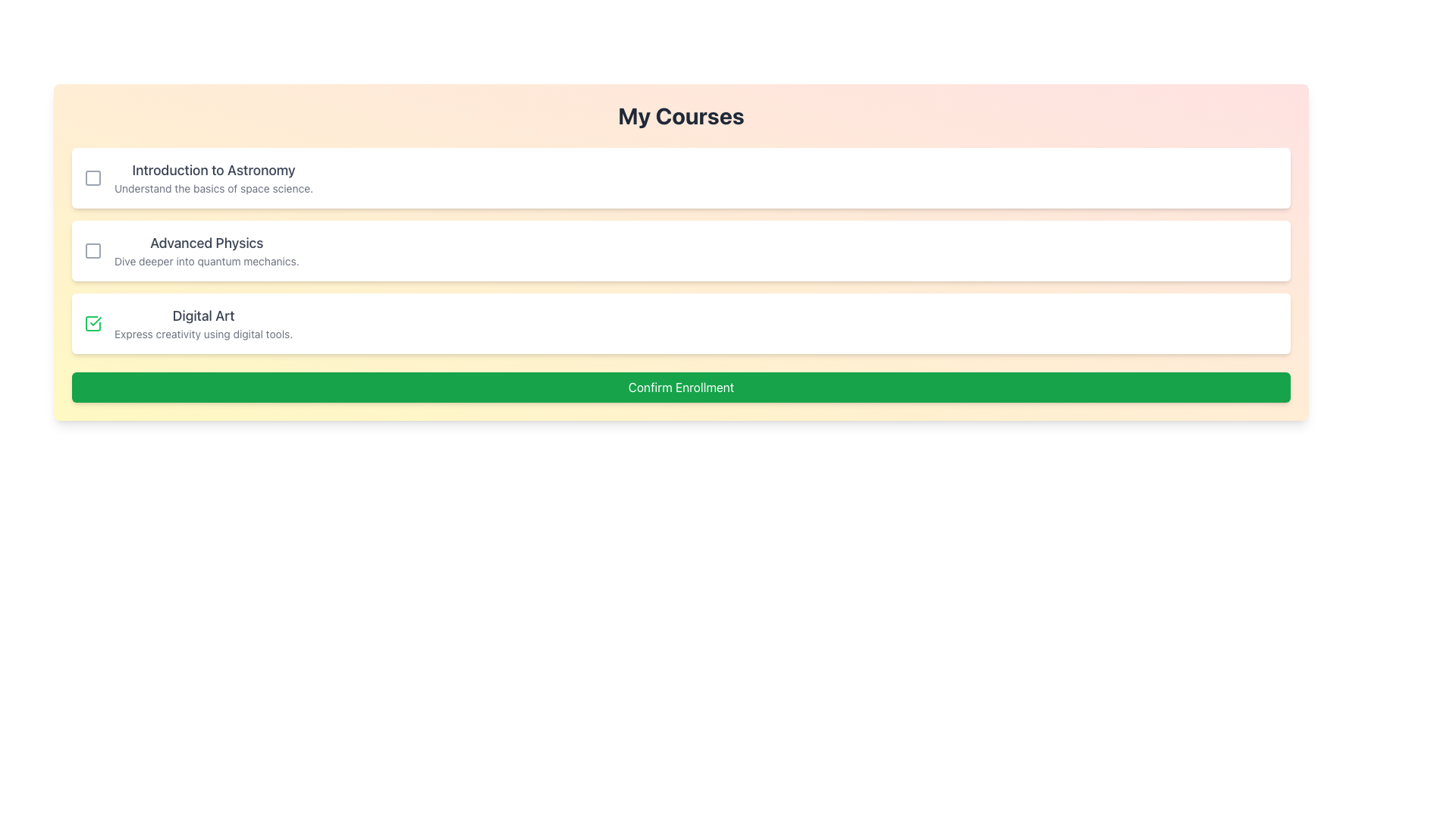  I want to click on the text label displaying 'Introduction to Astronomy' which is styled with a larger font size and medium weight, located at the topmost section of a vertical list of selectable courses, so click(213, 170).